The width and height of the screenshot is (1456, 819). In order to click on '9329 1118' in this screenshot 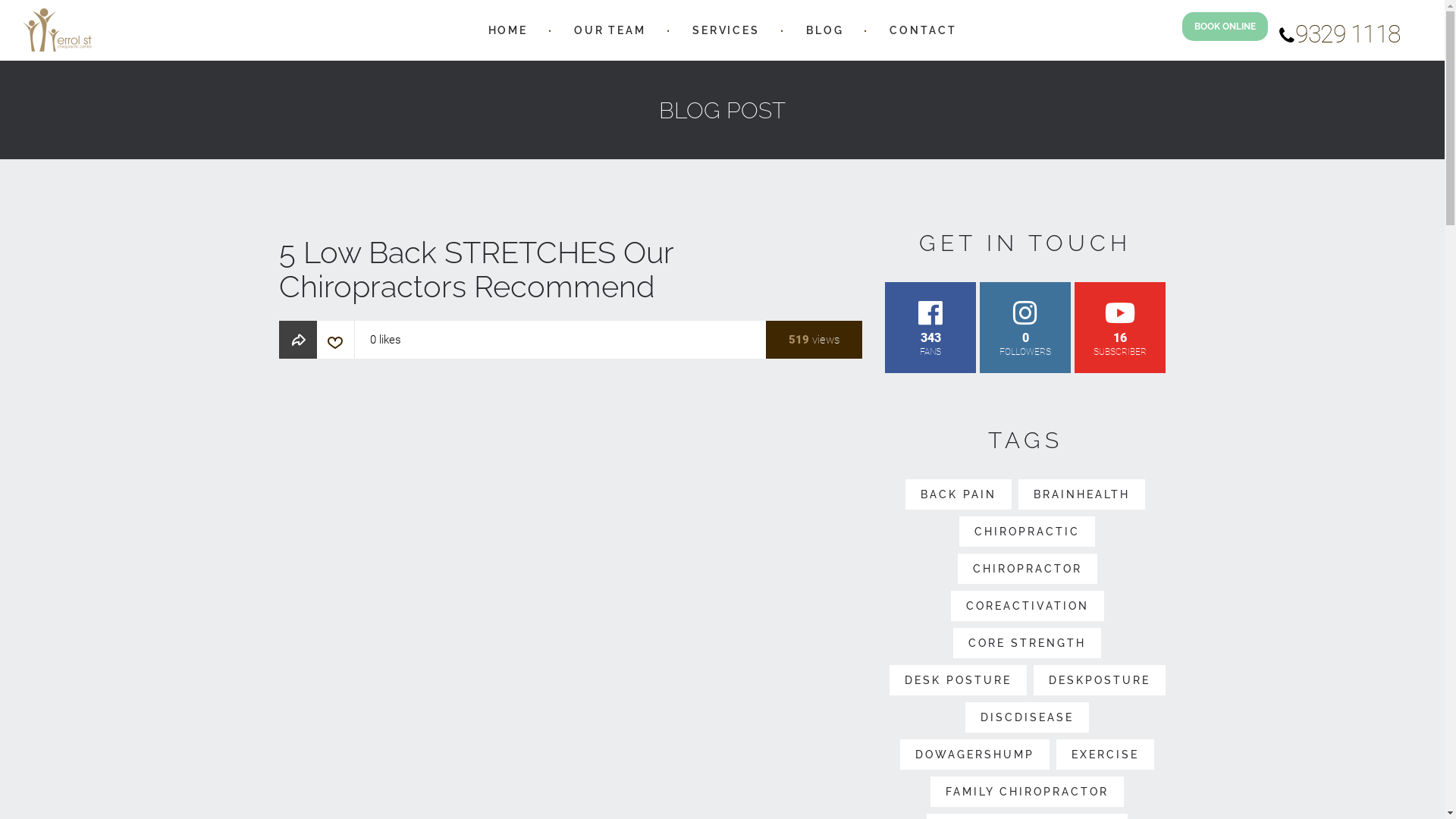, I will do `click(1278, 37)`.